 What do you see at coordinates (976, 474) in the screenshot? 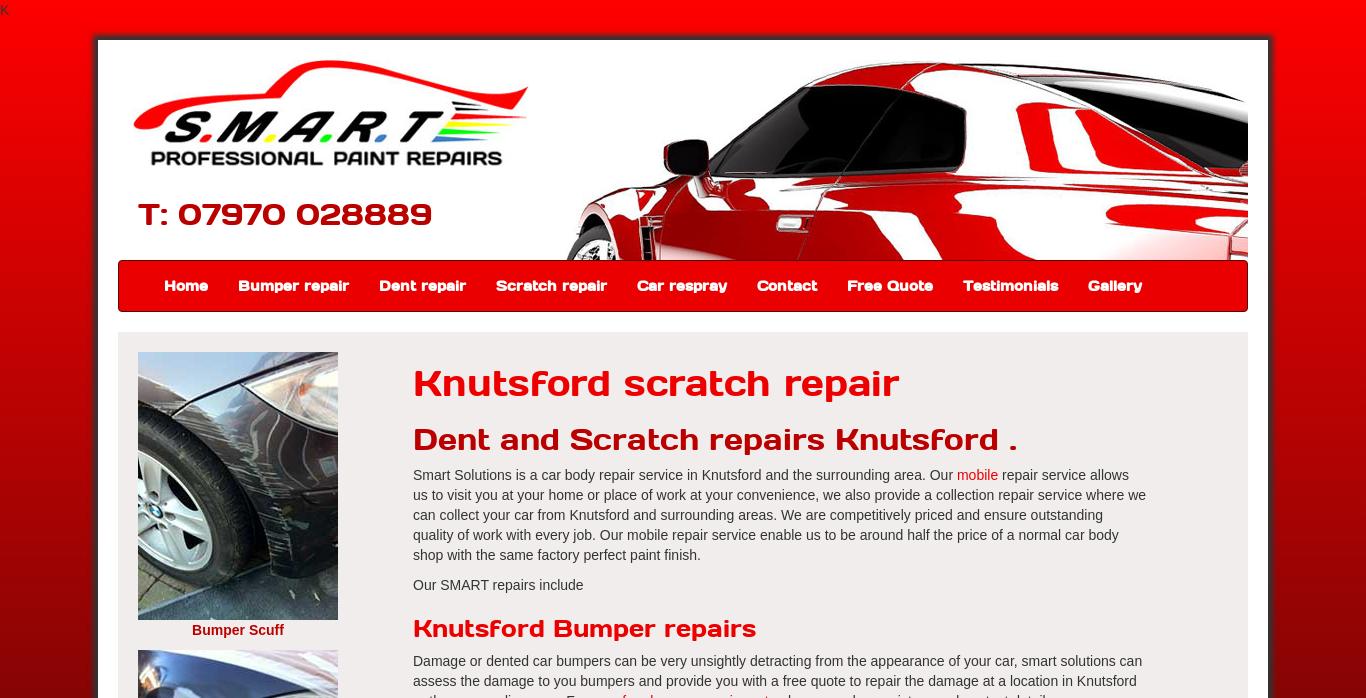
I see `'mobile'` at bounding box center [976, 474].